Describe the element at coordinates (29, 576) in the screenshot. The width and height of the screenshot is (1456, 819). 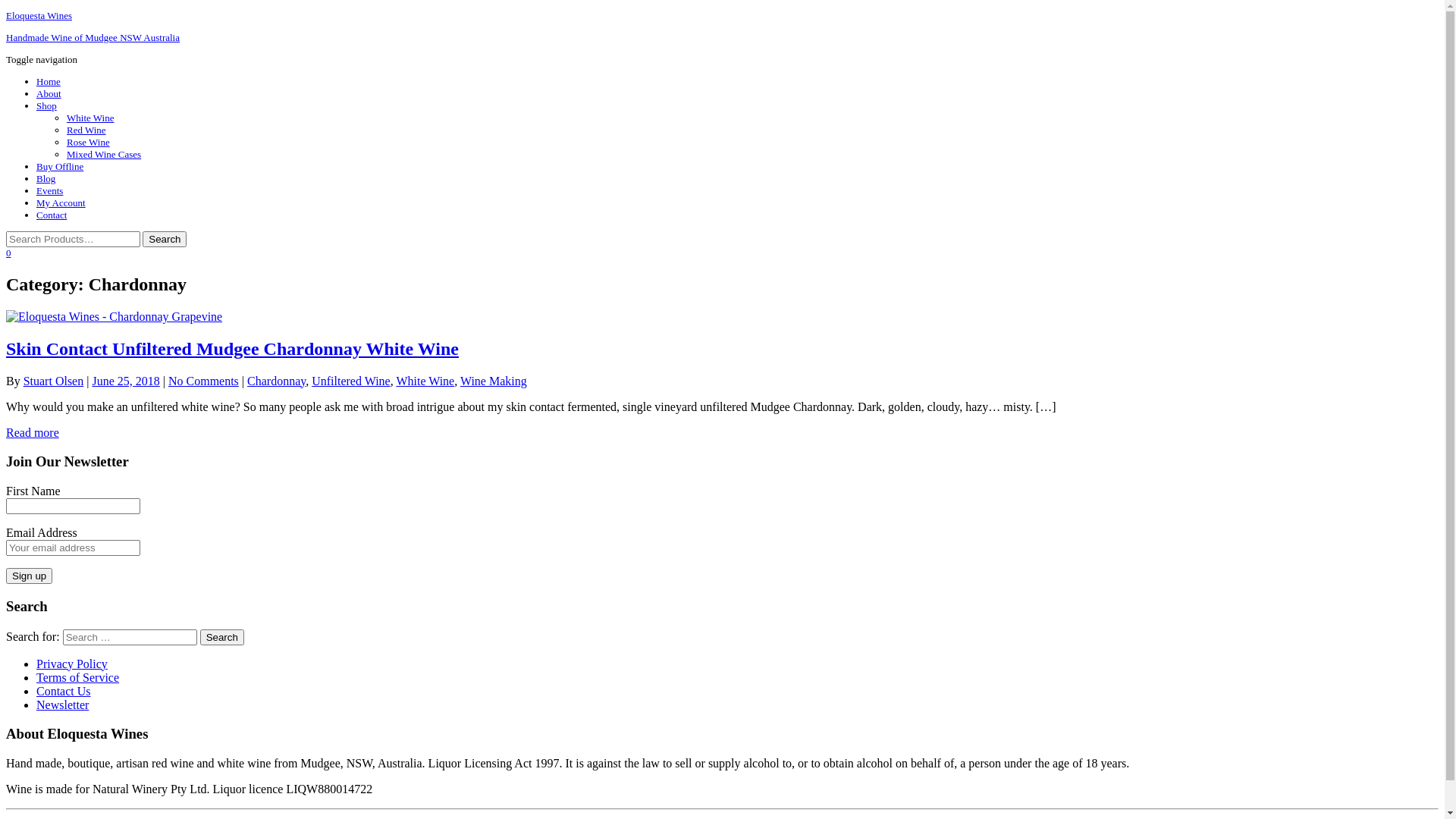
I see `'Sign up'` at that location.